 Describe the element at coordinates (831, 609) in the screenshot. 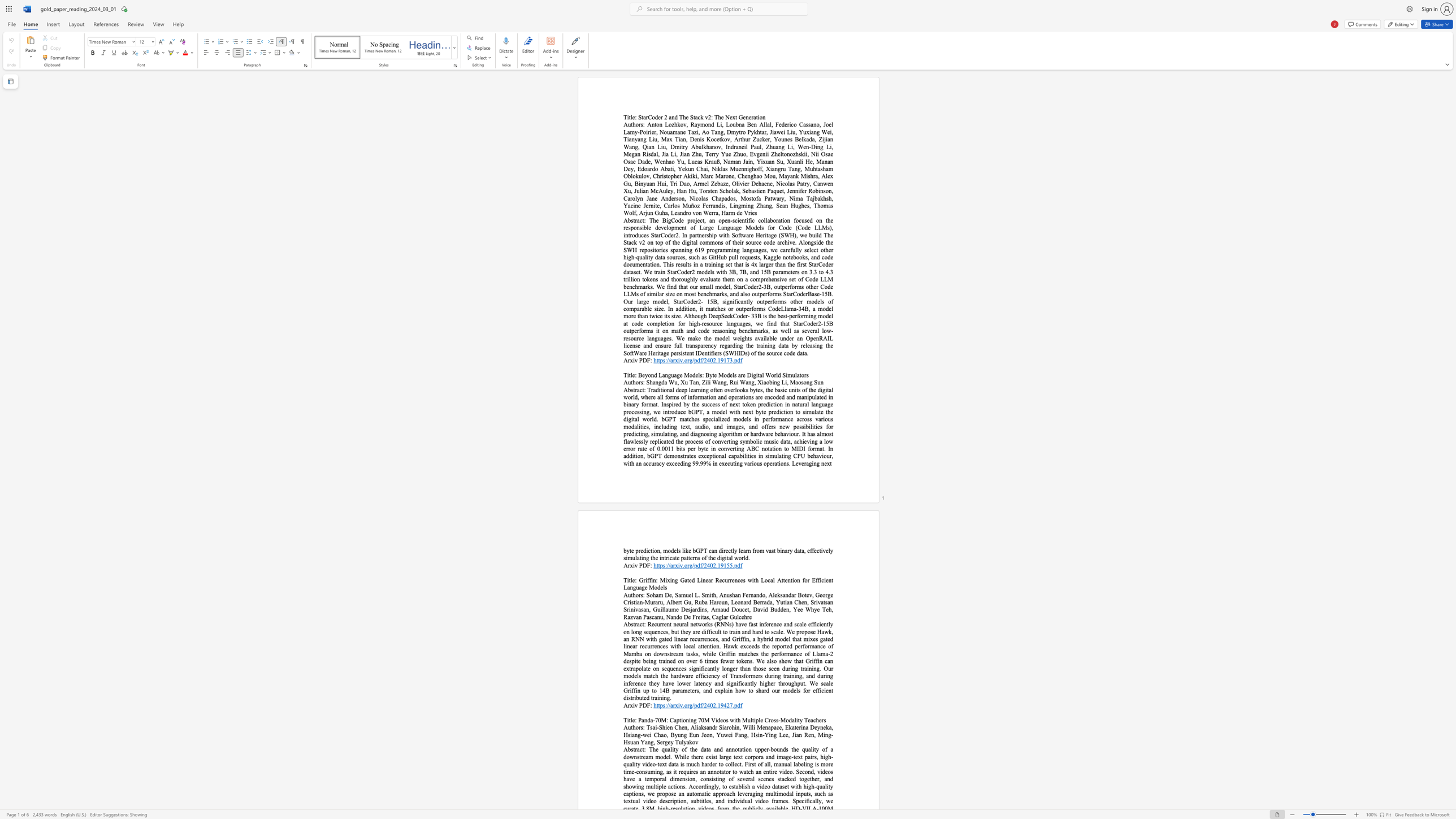

I see `the subset text ", Razvan Pascanu, Nando" within the text "Soham De, Samuel L. Smith, Anushan Fernando, Aleksandar Botev, George Cristian-Muraru, Albert Gu, Ruba Haroun, Leonard Berrada, Yutian Chen, Srivatsan Srinivasan, Guillaume Desjardins, Arnaud Doucet, David Budden, Yee Whye Teh, Razvan Pascanu, Nando De Freitas, Caglar Gulcehre"` at that location.